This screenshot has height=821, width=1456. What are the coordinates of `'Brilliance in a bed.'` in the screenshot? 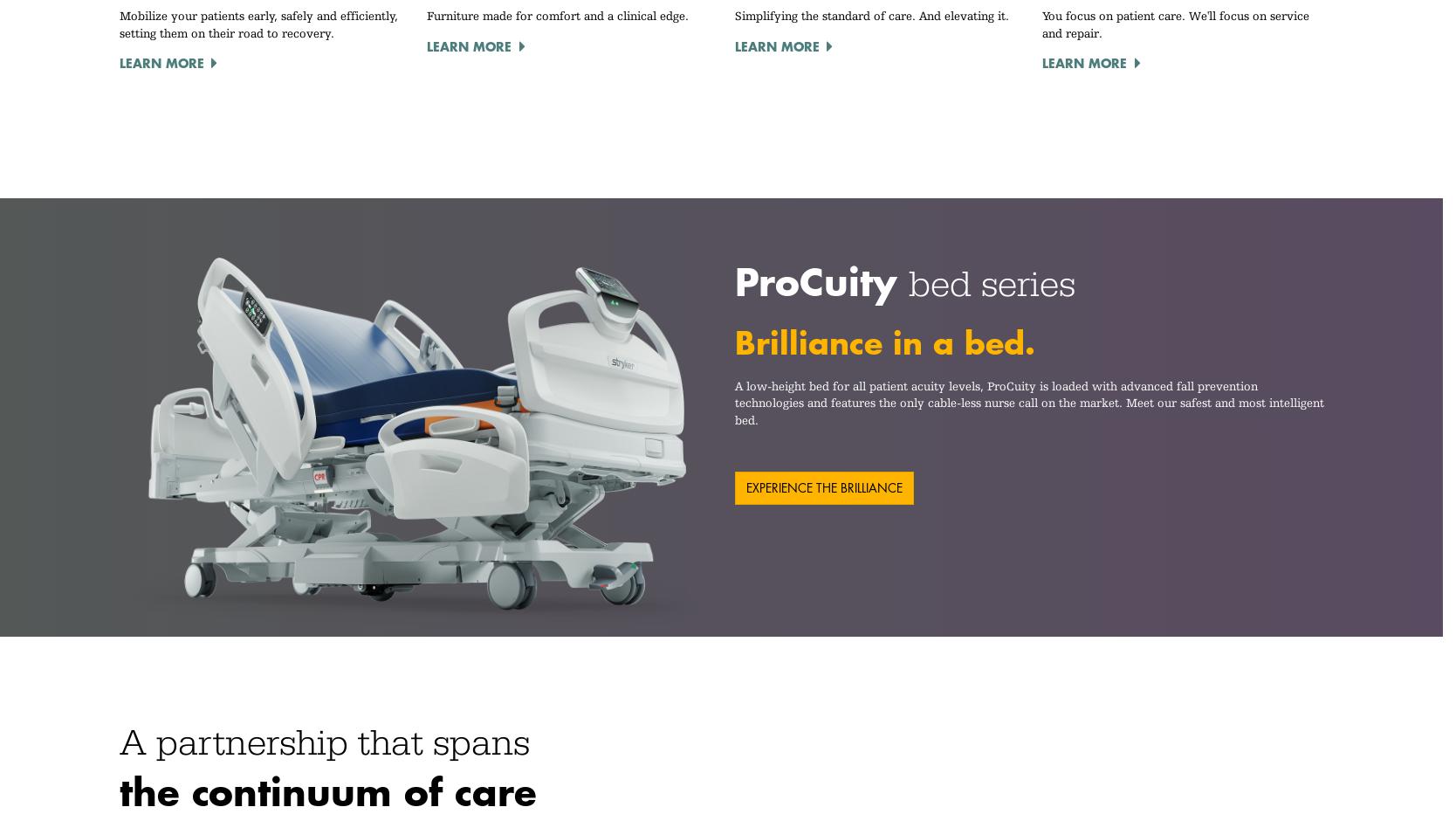 It's located at (883, 341).